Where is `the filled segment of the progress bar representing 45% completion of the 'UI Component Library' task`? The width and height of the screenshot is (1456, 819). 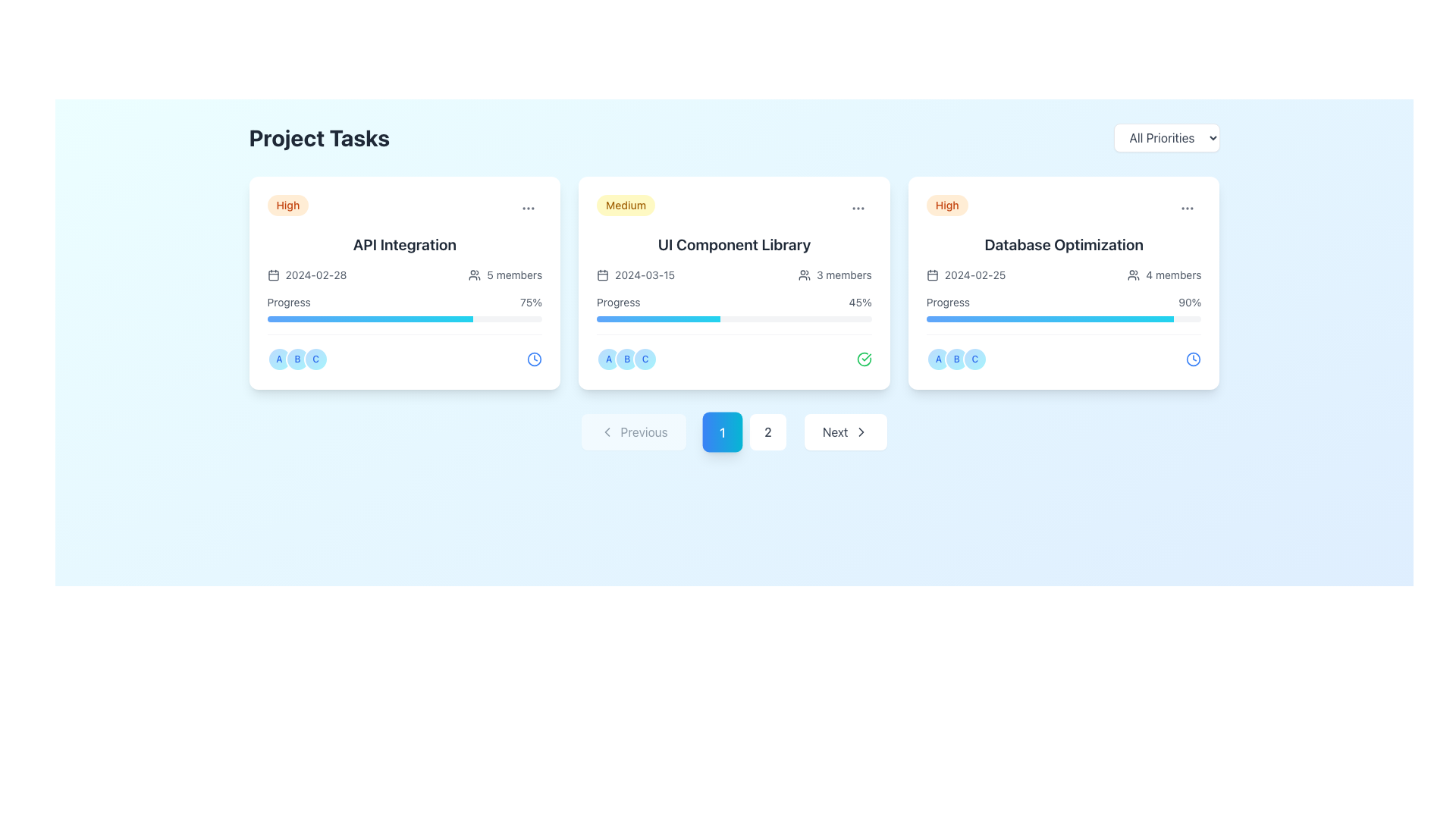 the filled segment of the progress bar representing 45% completion of the 'UI Component Library' task is located at coordinates (658, 318).